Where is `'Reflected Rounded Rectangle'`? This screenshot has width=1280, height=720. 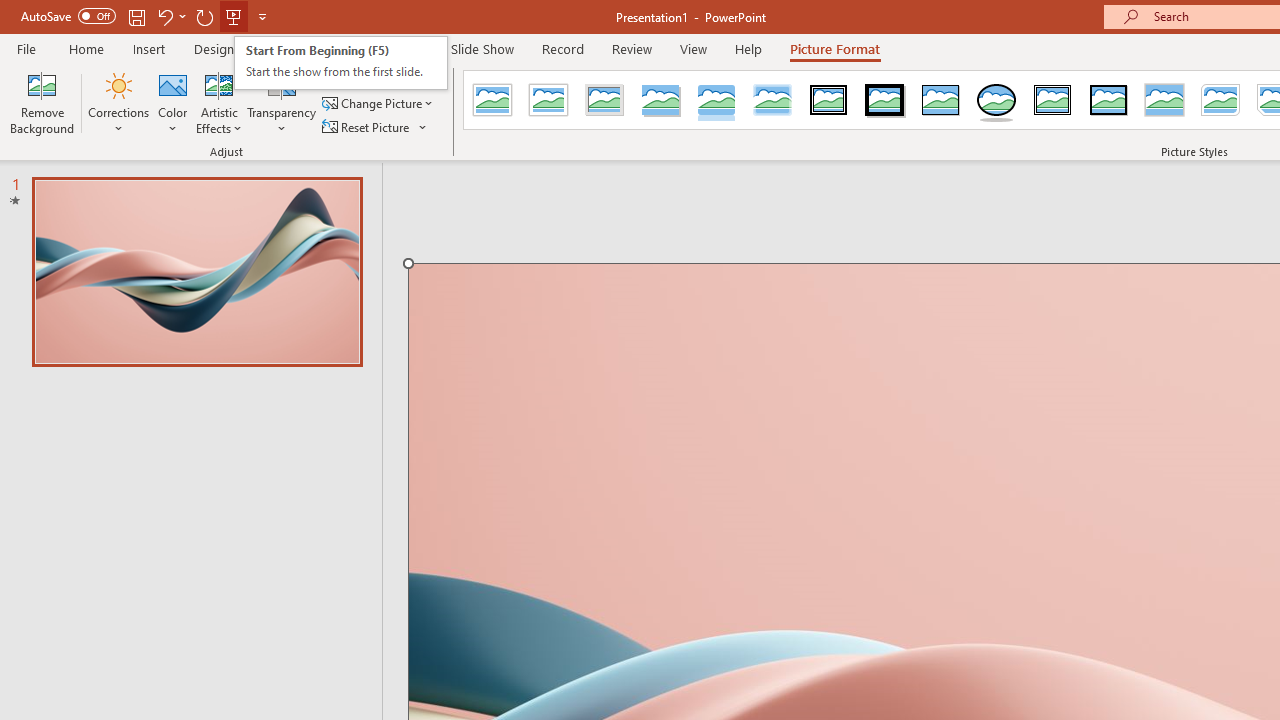
'Reflected Rounded Rectangle' is located at coordinates (716, 100).